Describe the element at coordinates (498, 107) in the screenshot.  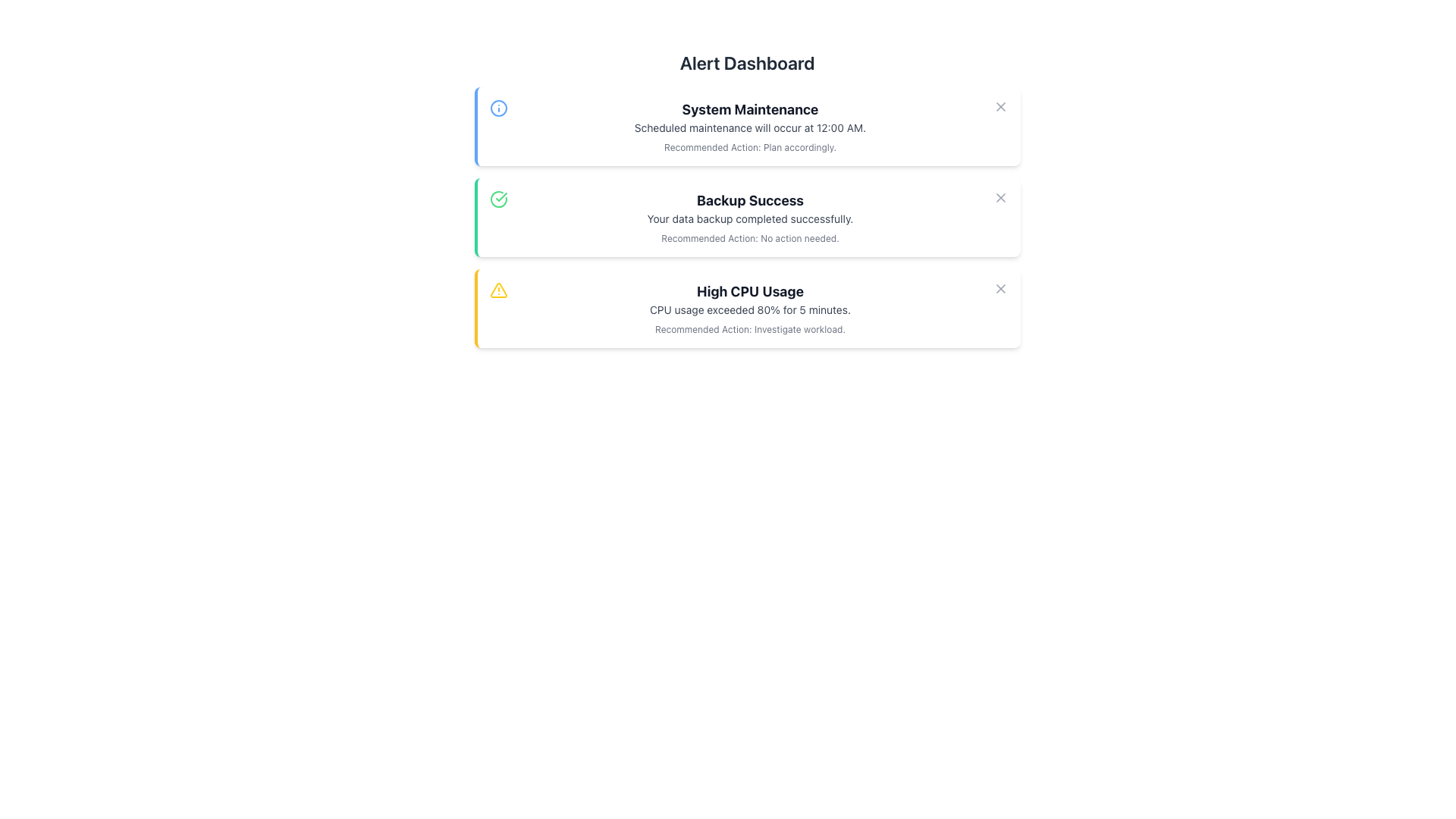
I see `the blue stroke circular SVG icon representing the information symbol located to the left of the 'System Maintenance' text in the alert` at that location.